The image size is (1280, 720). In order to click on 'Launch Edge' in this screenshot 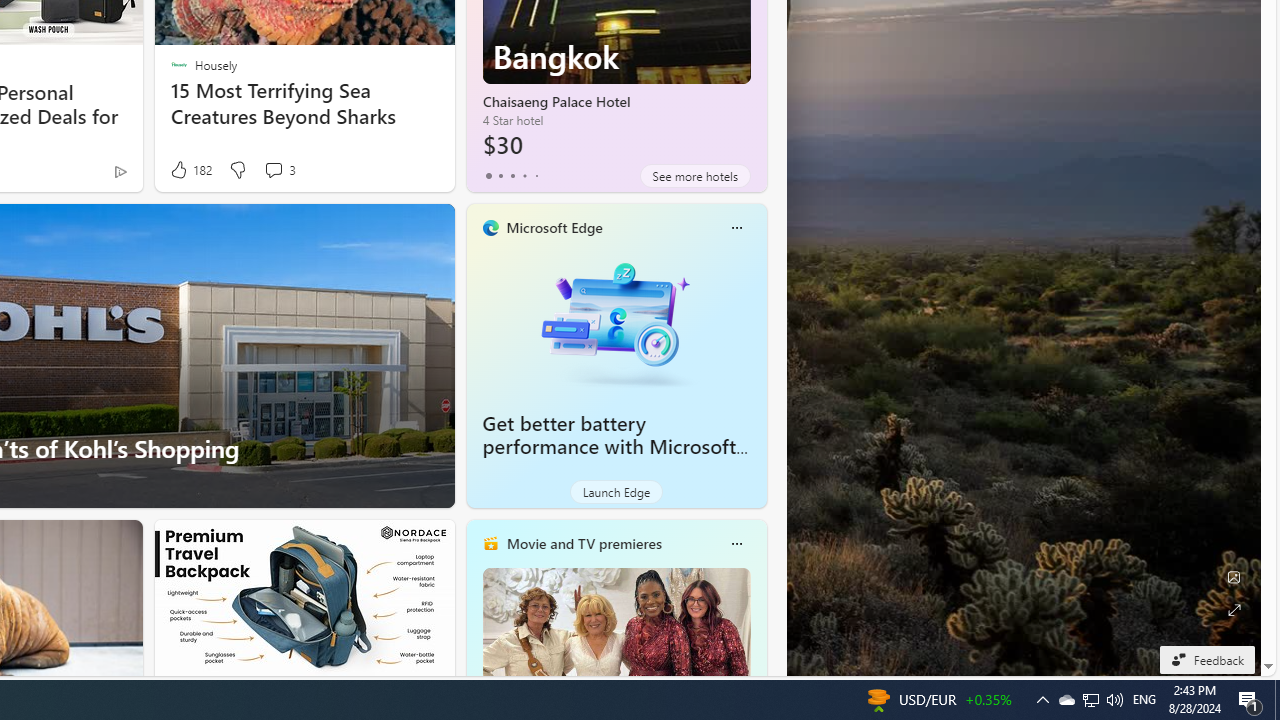, I will do `click(615, 492)`.